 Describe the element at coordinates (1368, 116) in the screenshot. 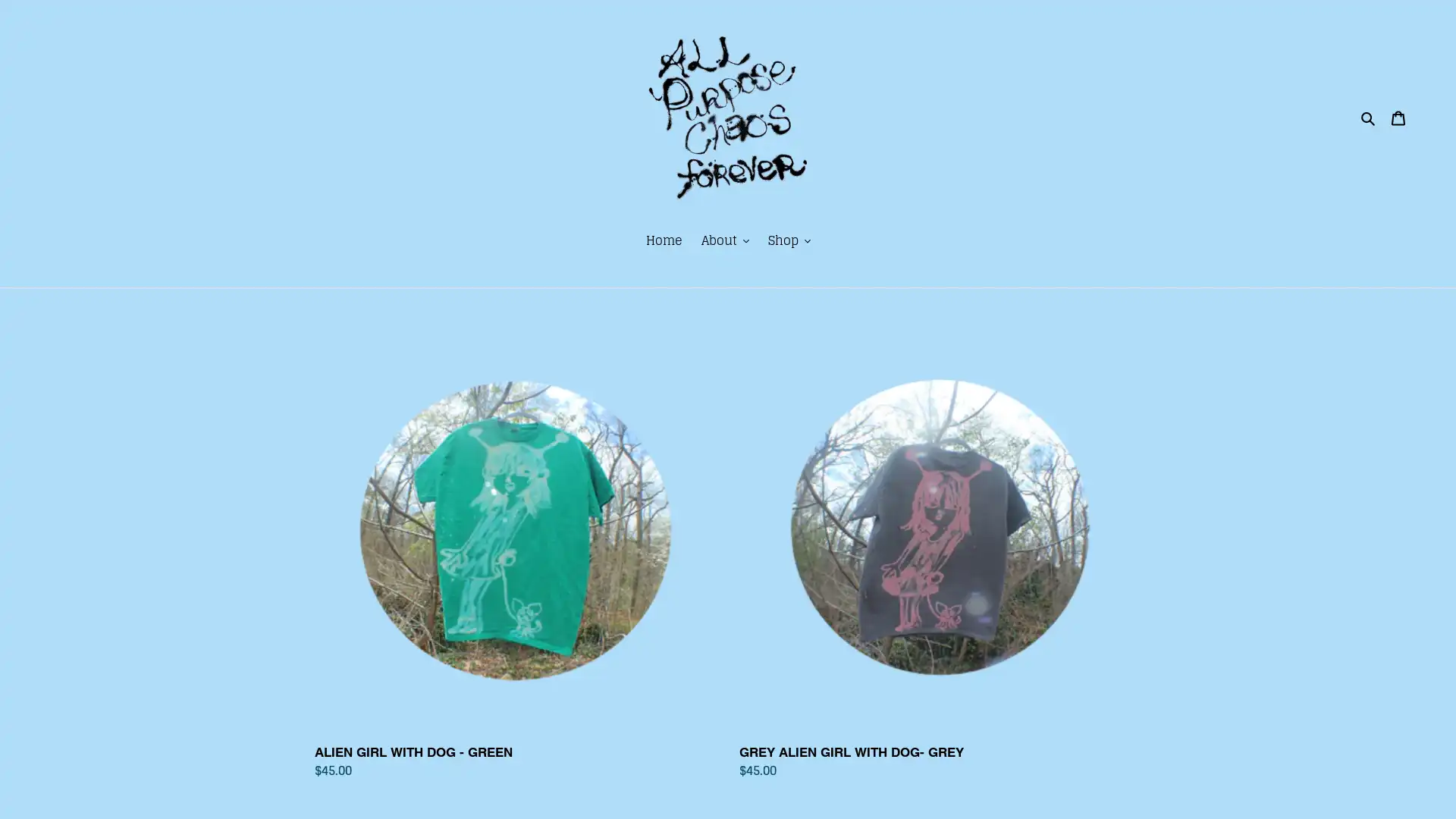

I see `Search` at that location.